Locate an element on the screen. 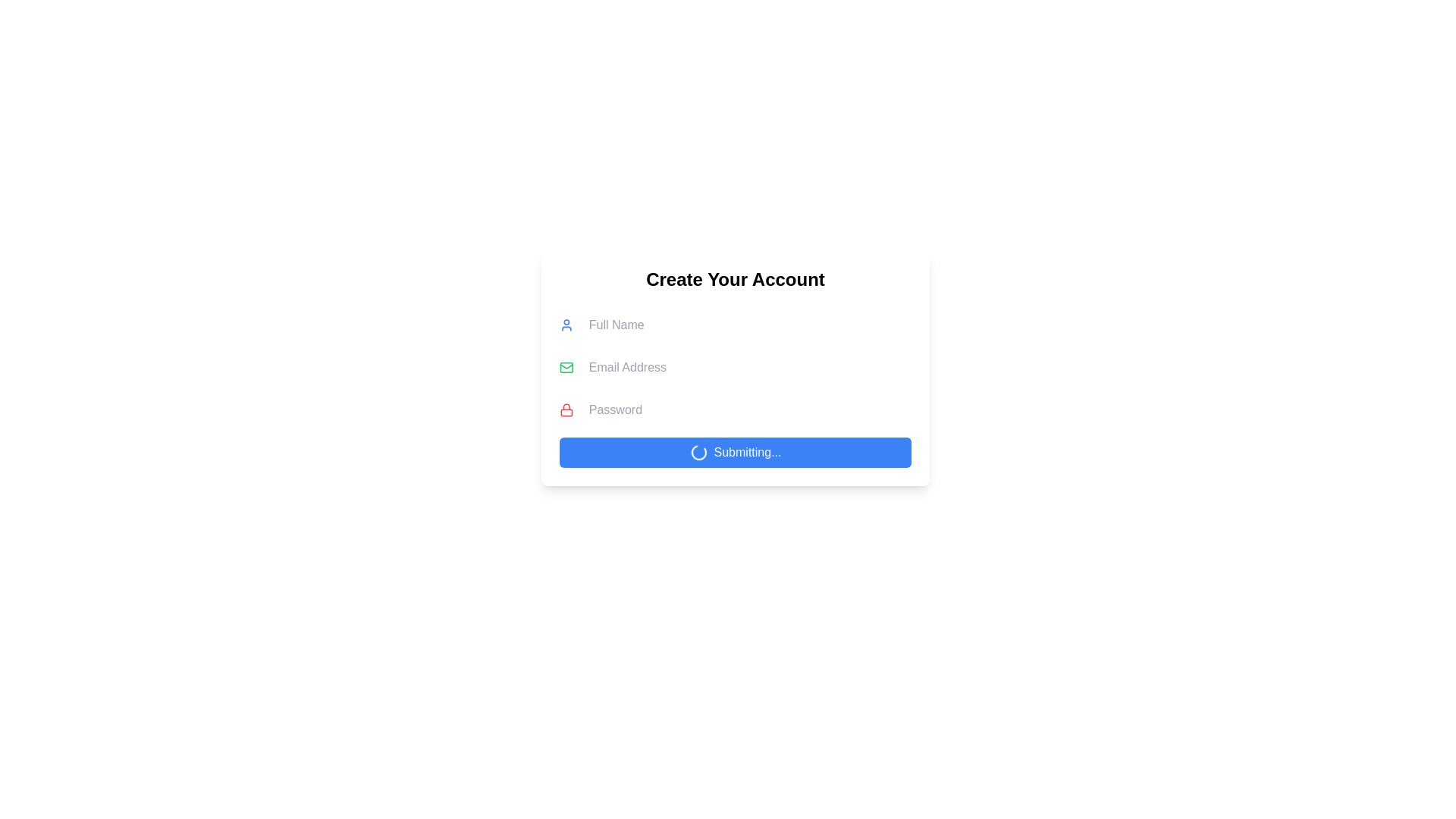 The height and width of the screenshot is (819, 1456). the decorative rectangular body of the envelope icon, which is located to the left of the 'Email Address' input field in the registration interface is located at coordinates (566, 368).